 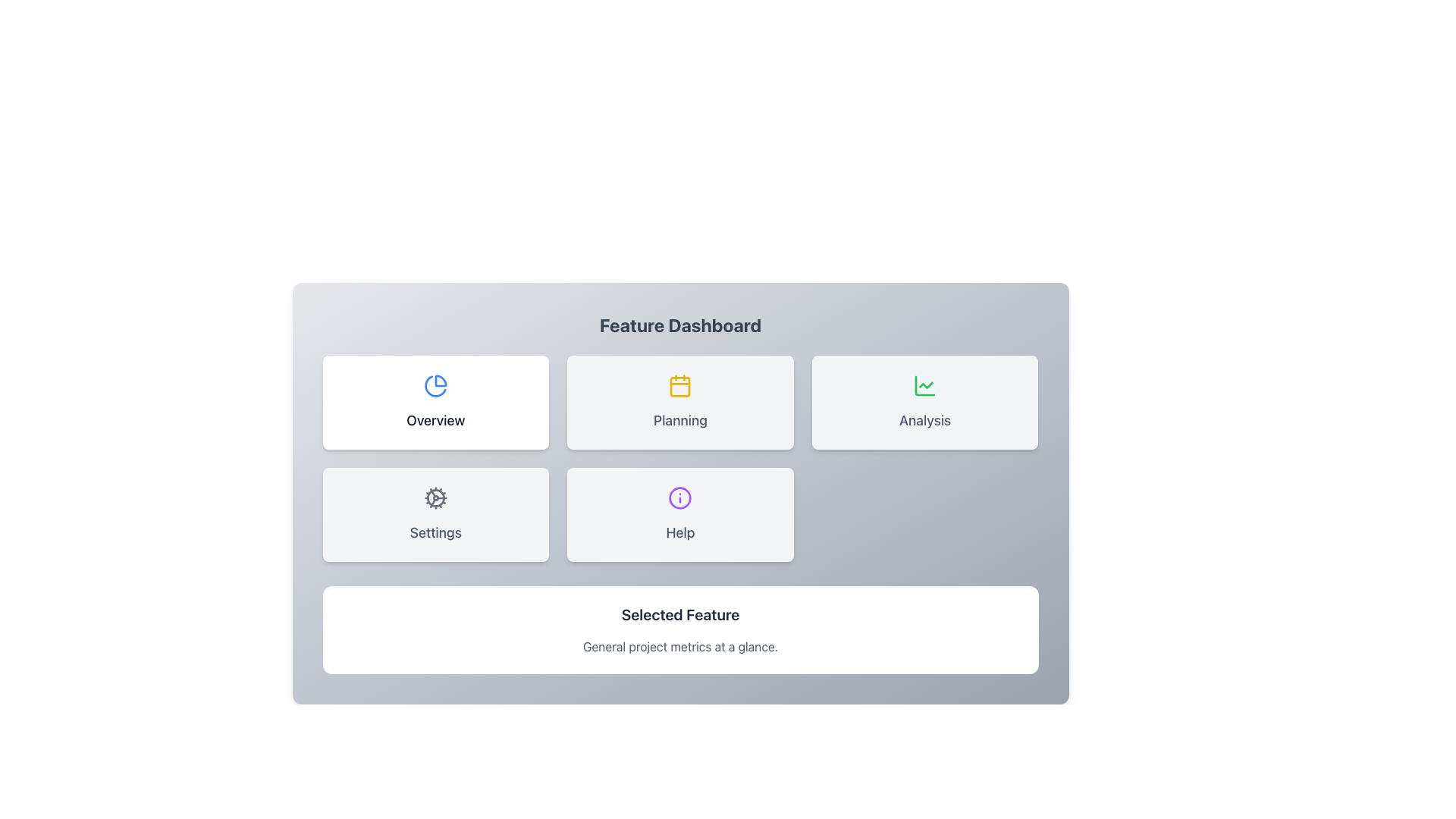 I want to click on the text label that serves as the title or headline for the section describing the feature or context, positioned above the description text 'General project metrics at a glance.', so click(x=679, y=614).